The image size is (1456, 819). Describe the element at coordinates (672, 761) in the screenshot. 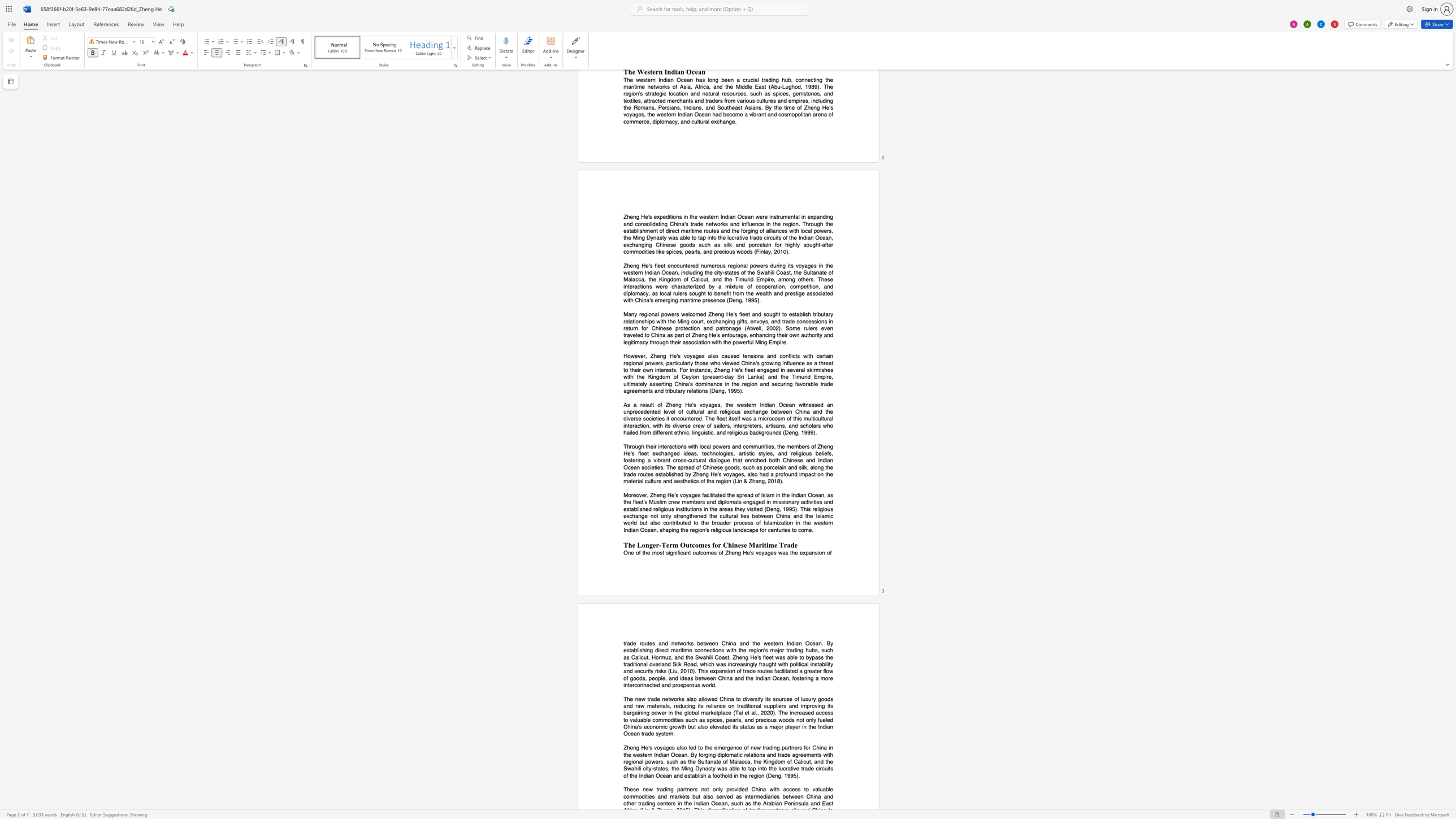

I see `the subset text "ch as the Sultanate of Malacca, the Kingd" within the text "Zheng He"` at that location.